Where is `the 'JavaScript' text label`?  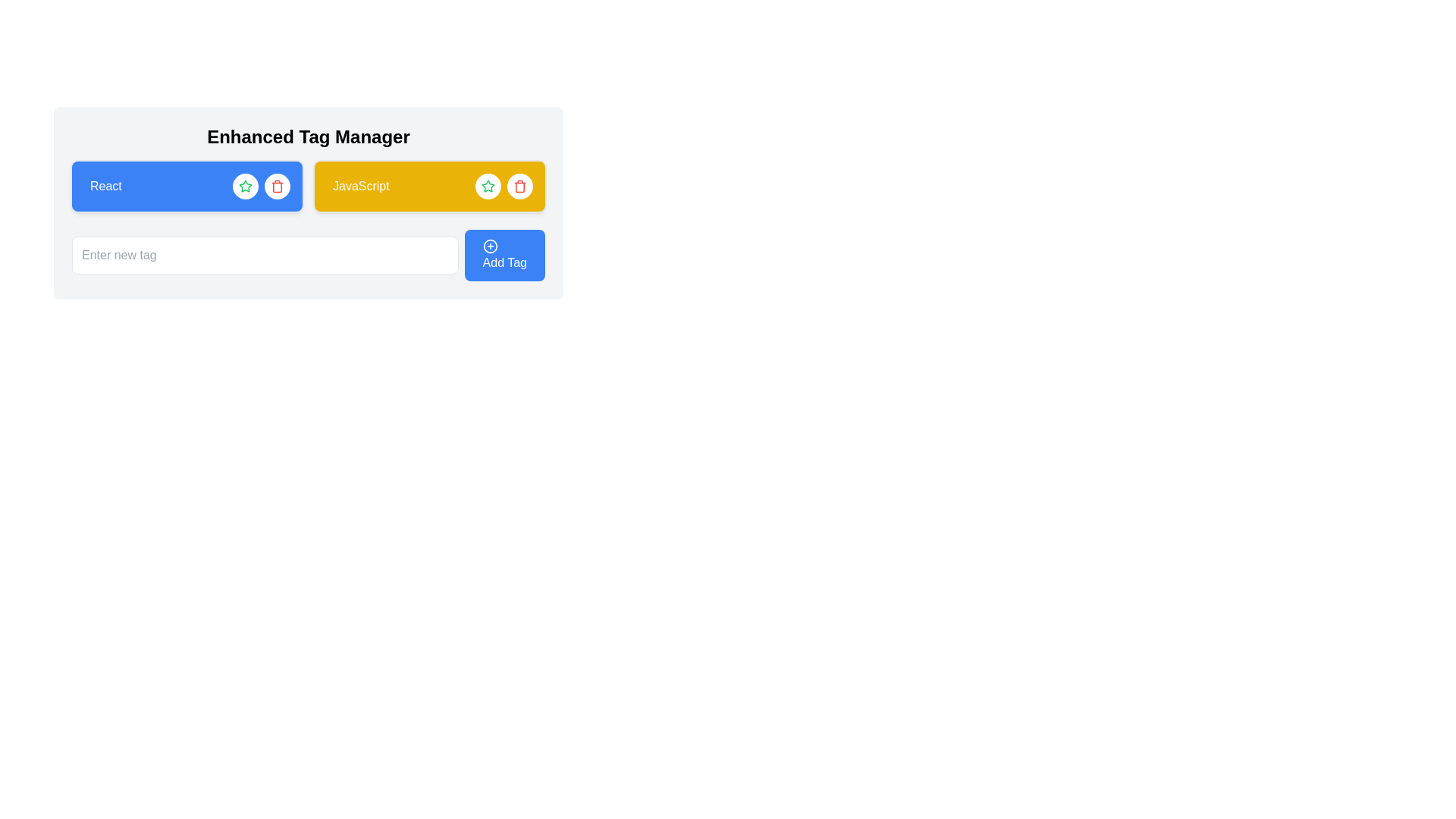 the 'JavaScript' text label is located at coordinates (360, 186).